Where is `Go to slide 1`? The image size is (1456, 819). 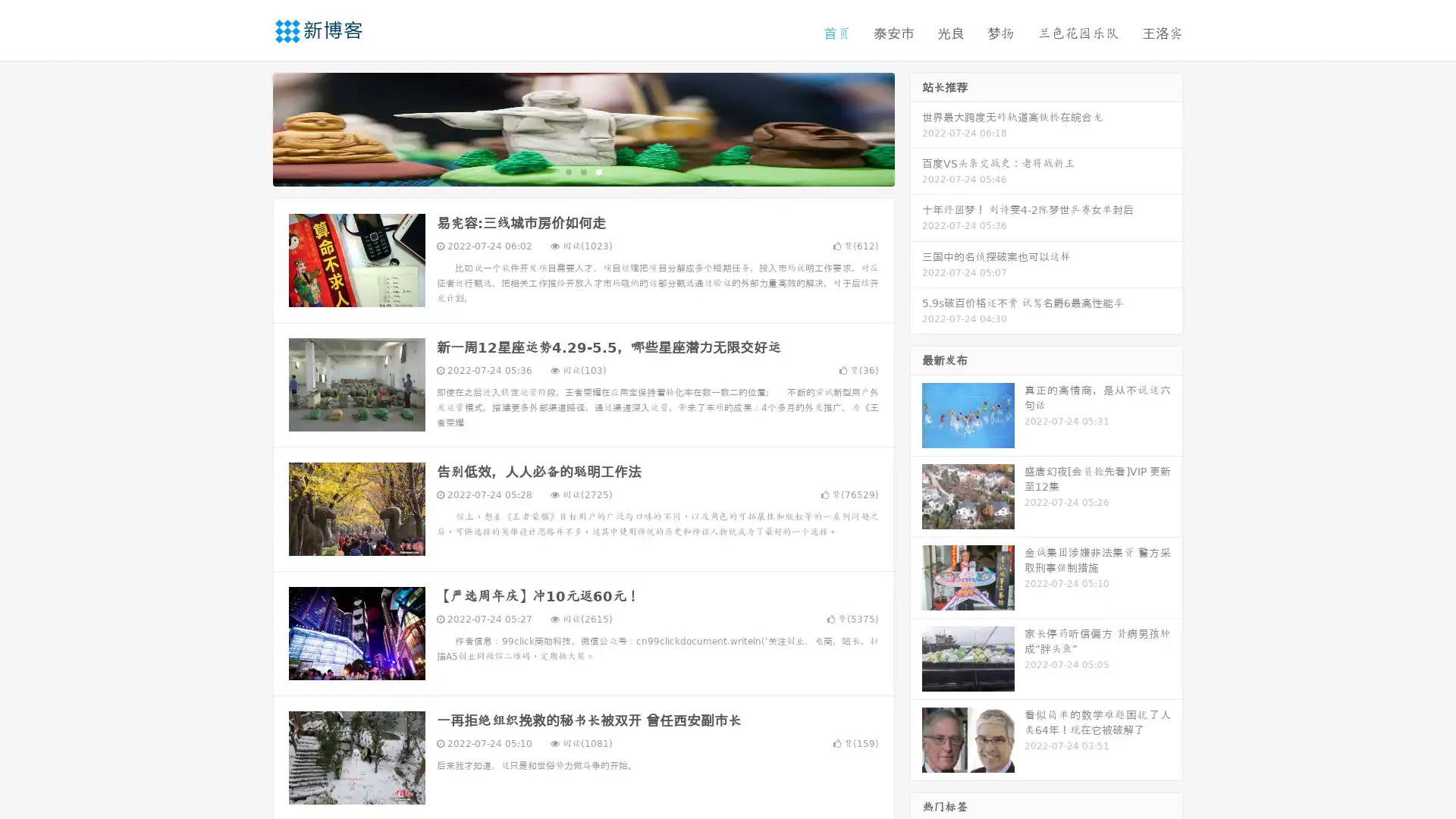
Go to slide 1 is located at coordinates (567, 171).